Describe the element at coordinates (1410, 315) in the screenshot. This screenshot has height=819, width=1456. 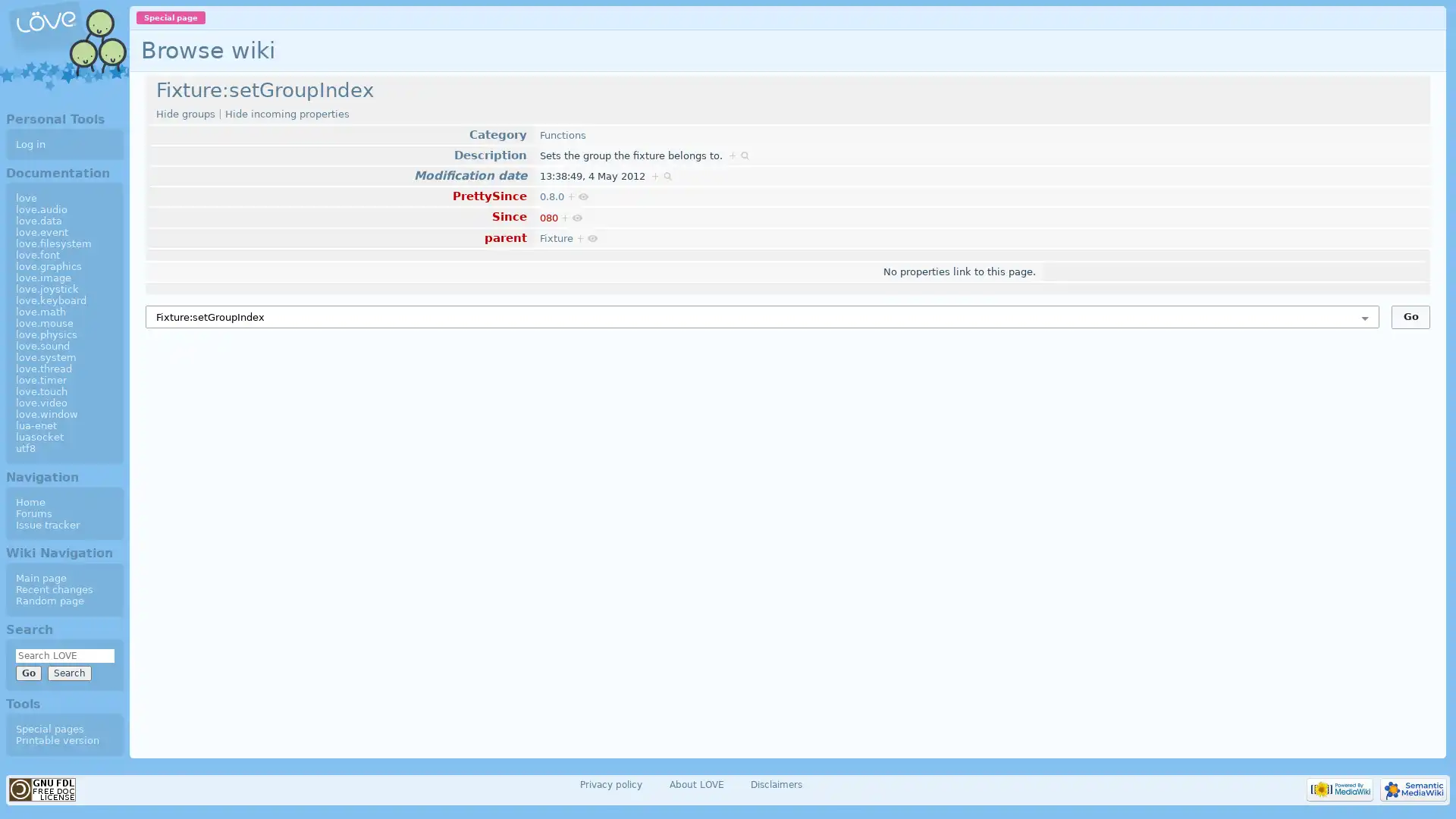
I see `Go` at that location.